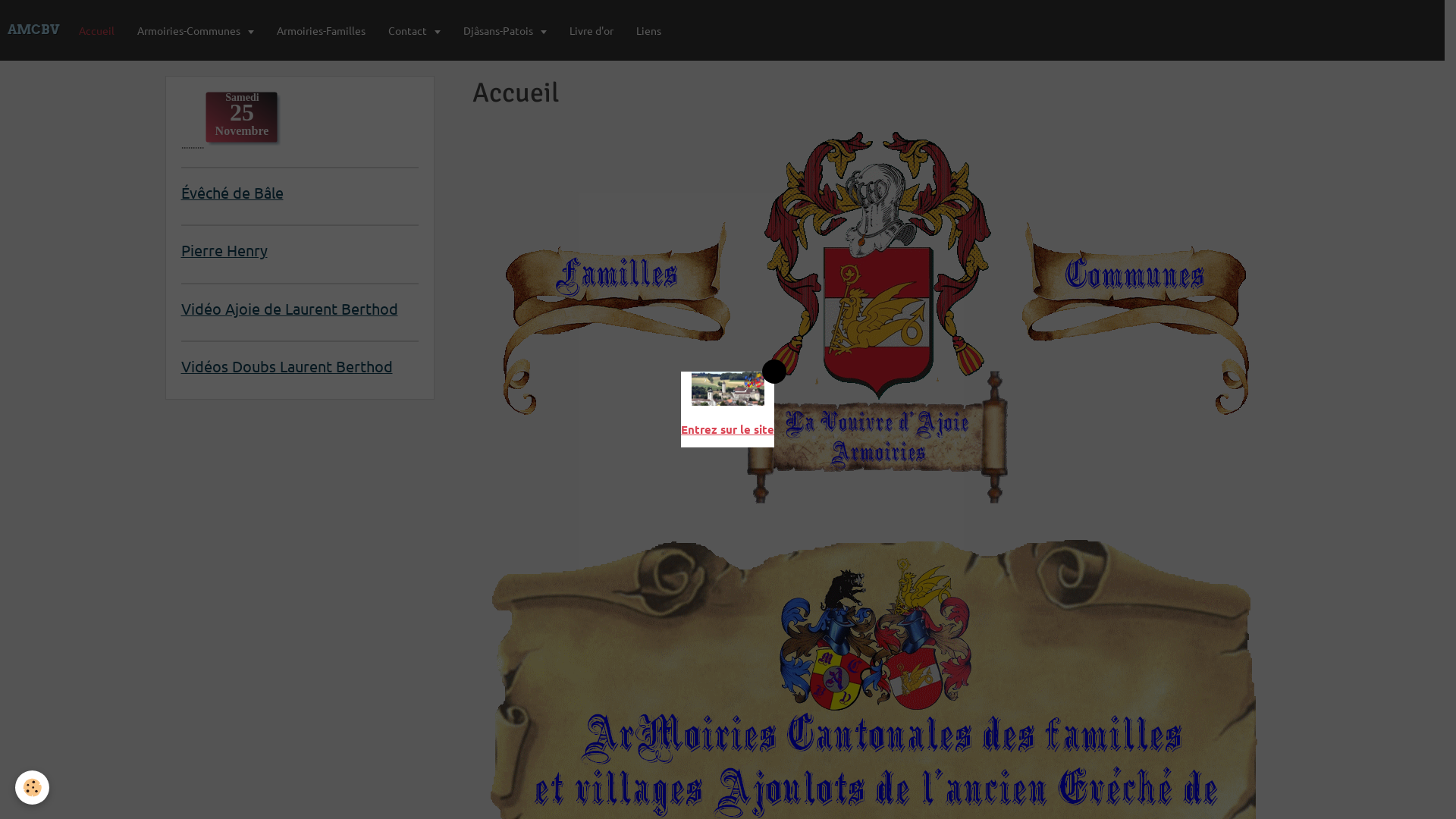  I want to click on 'Livre d'or', so click(590, 30).